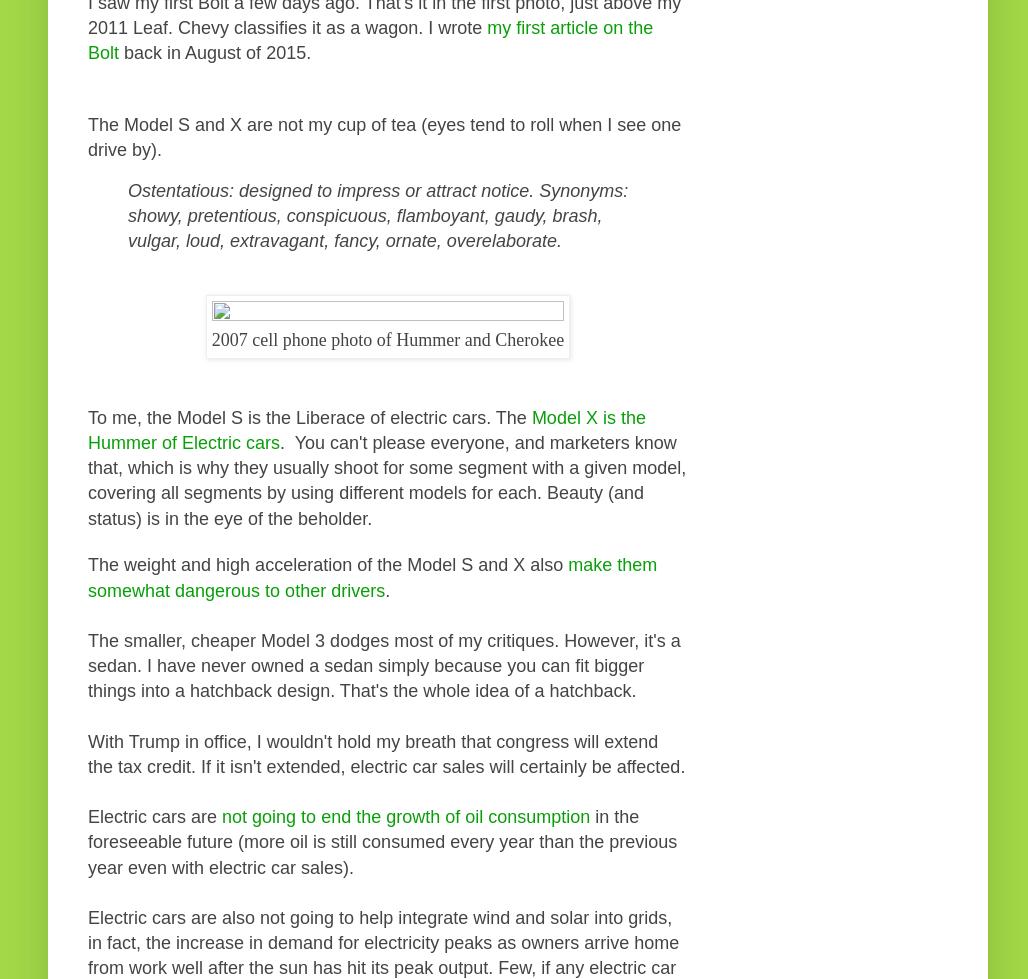 The image size is (1028, 979). I want to click on 'With Trump in office, I wouldn't hold my breath that congress will extend the tax credit. If it isn't extended, electric car sales will certainly be affected.', so click(86, 752).